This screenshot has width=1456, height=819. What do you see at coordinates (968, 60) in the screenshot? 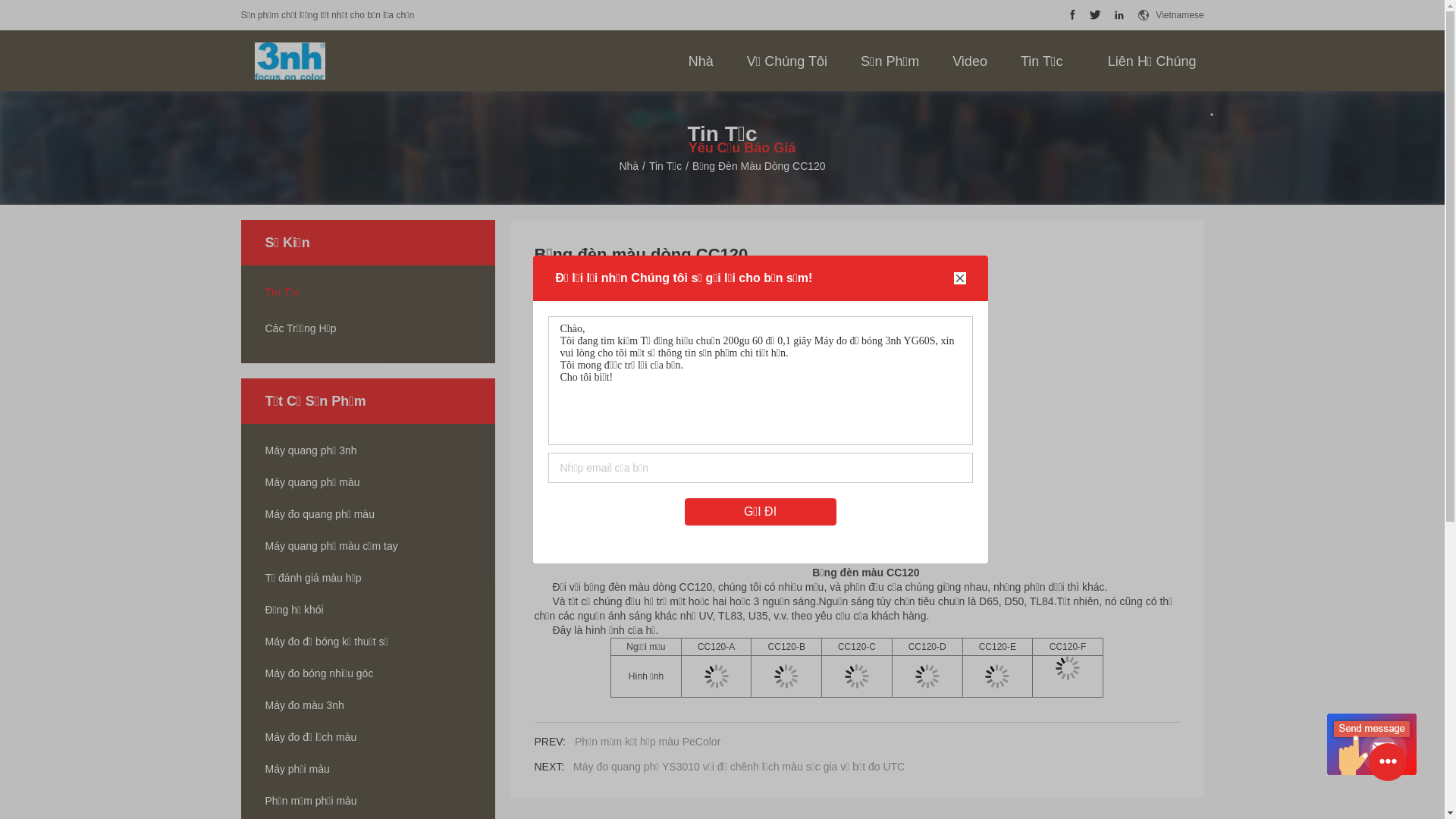
I see `'Video'` at bounding box center [968, 60].